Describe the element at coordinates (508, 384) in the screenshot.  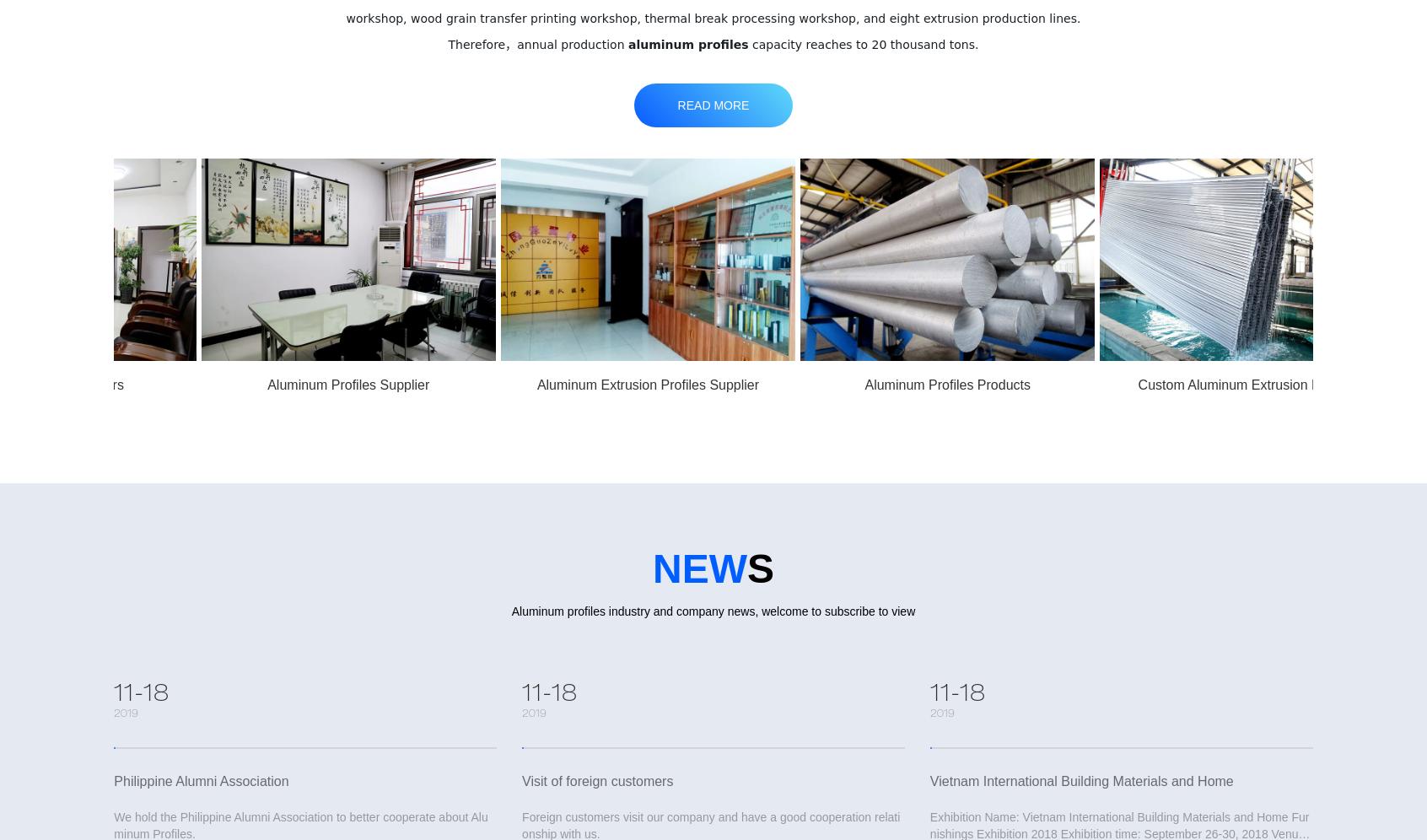
I see `'Aluminum Extrusion Profiles Supplier'` at that location.